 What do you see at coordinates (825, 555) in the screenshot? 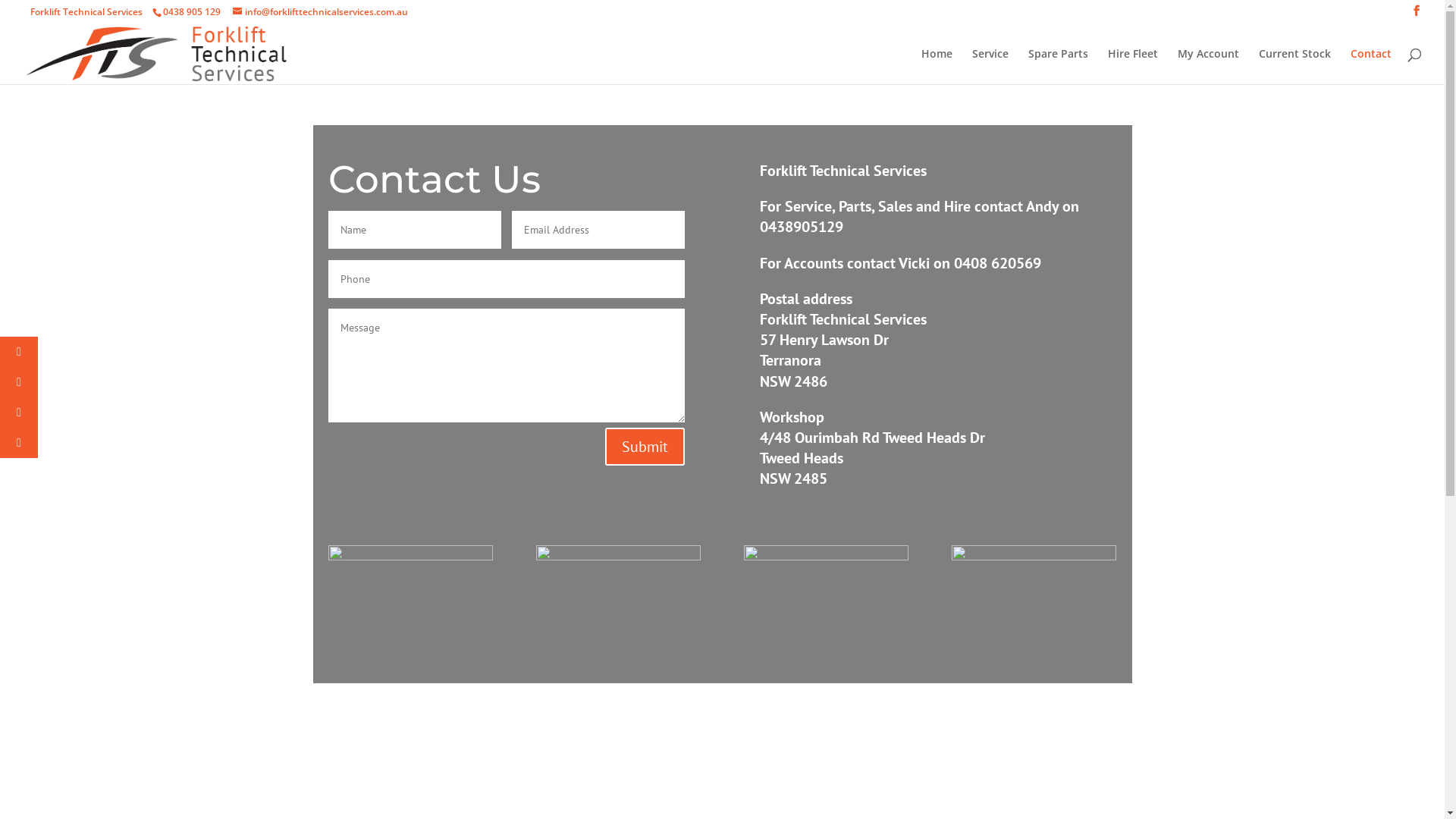
I see `'IMG_5641 (1)'` at bounding box center [825, 555].